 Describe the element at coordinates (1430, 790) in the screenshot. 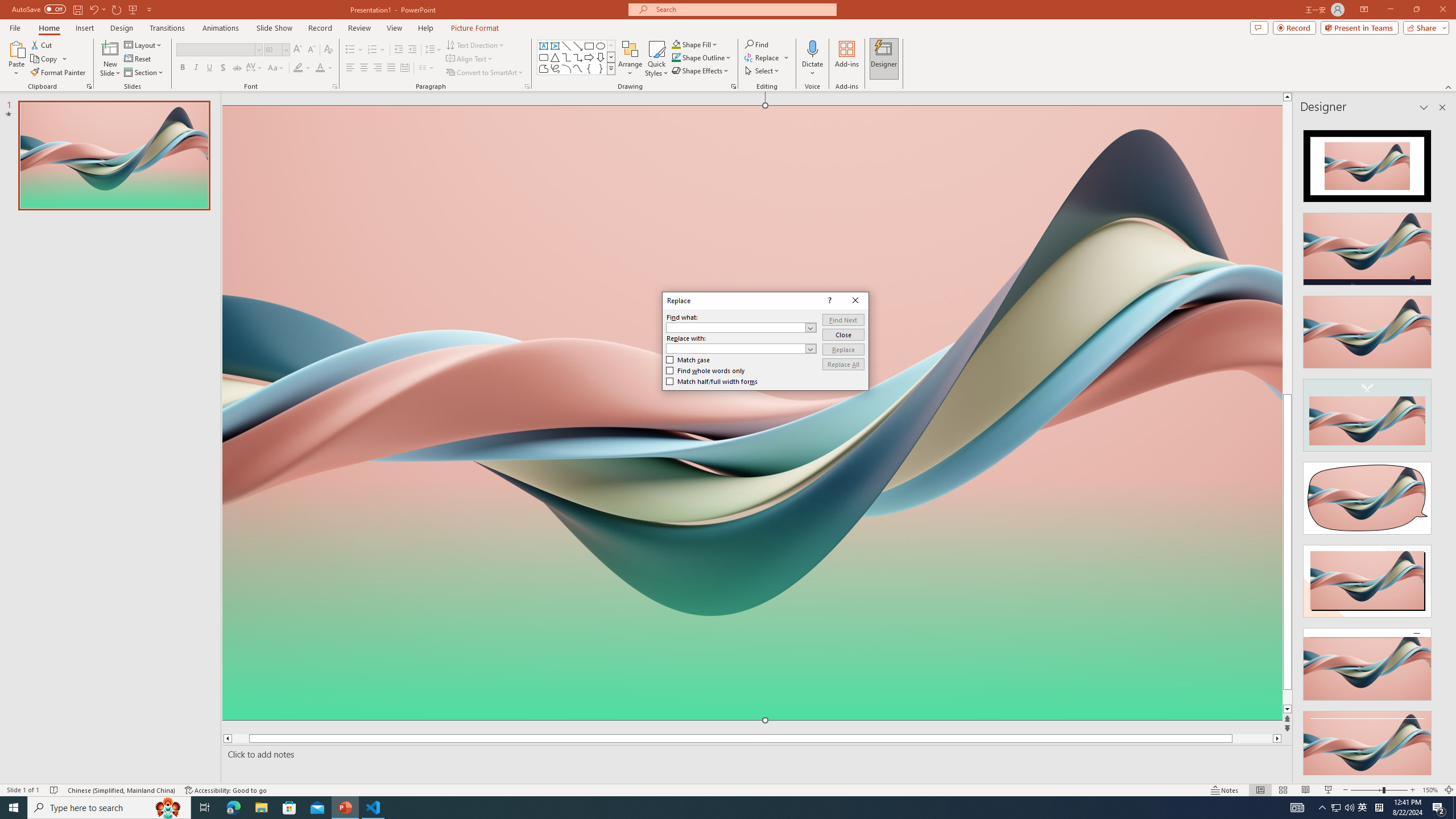

I see `'Zoom 150%'` at that location.